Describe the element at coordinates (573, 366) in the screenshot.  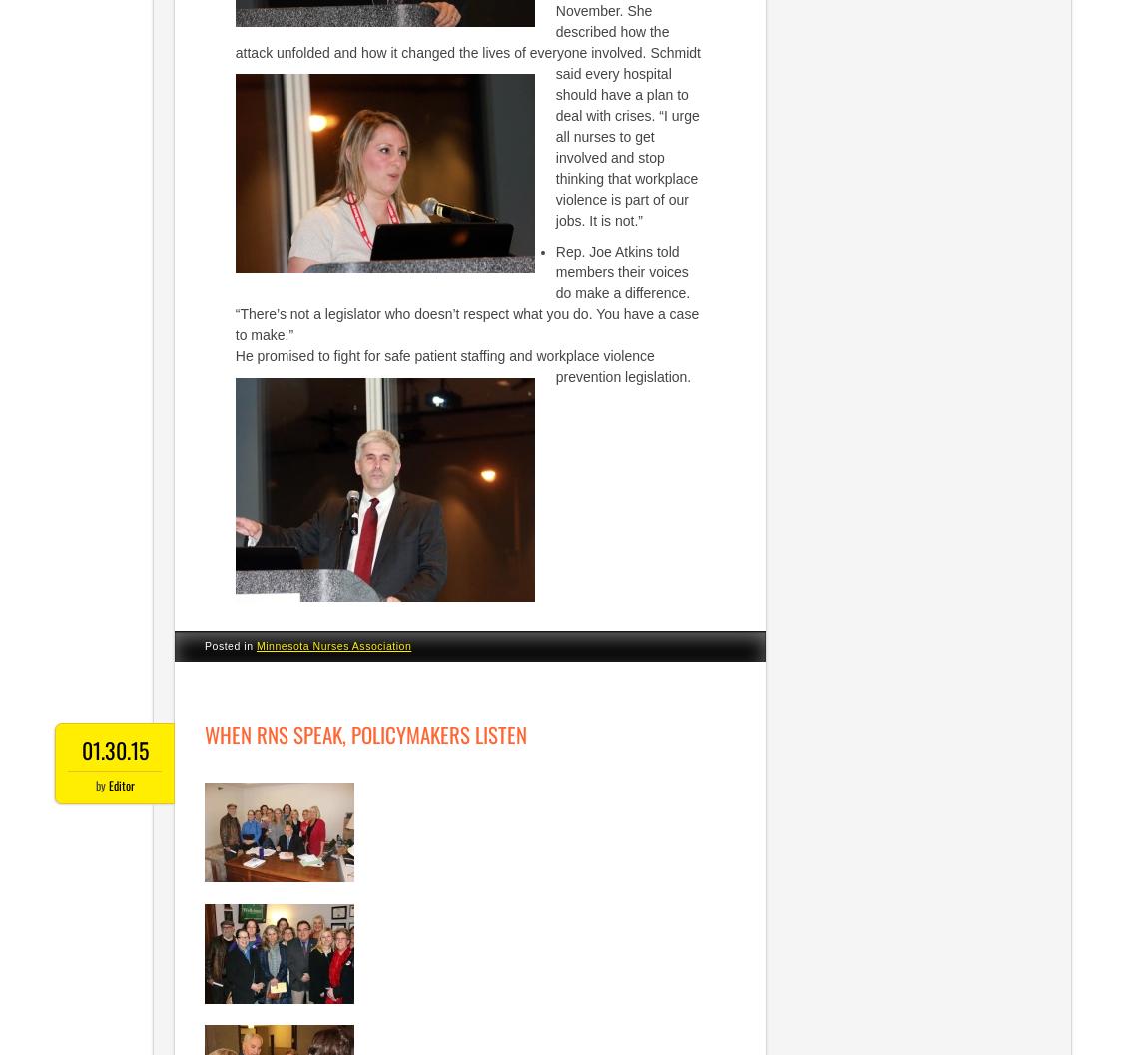
I see `'staffing and workplace violence prevention legislation.'` at that location.